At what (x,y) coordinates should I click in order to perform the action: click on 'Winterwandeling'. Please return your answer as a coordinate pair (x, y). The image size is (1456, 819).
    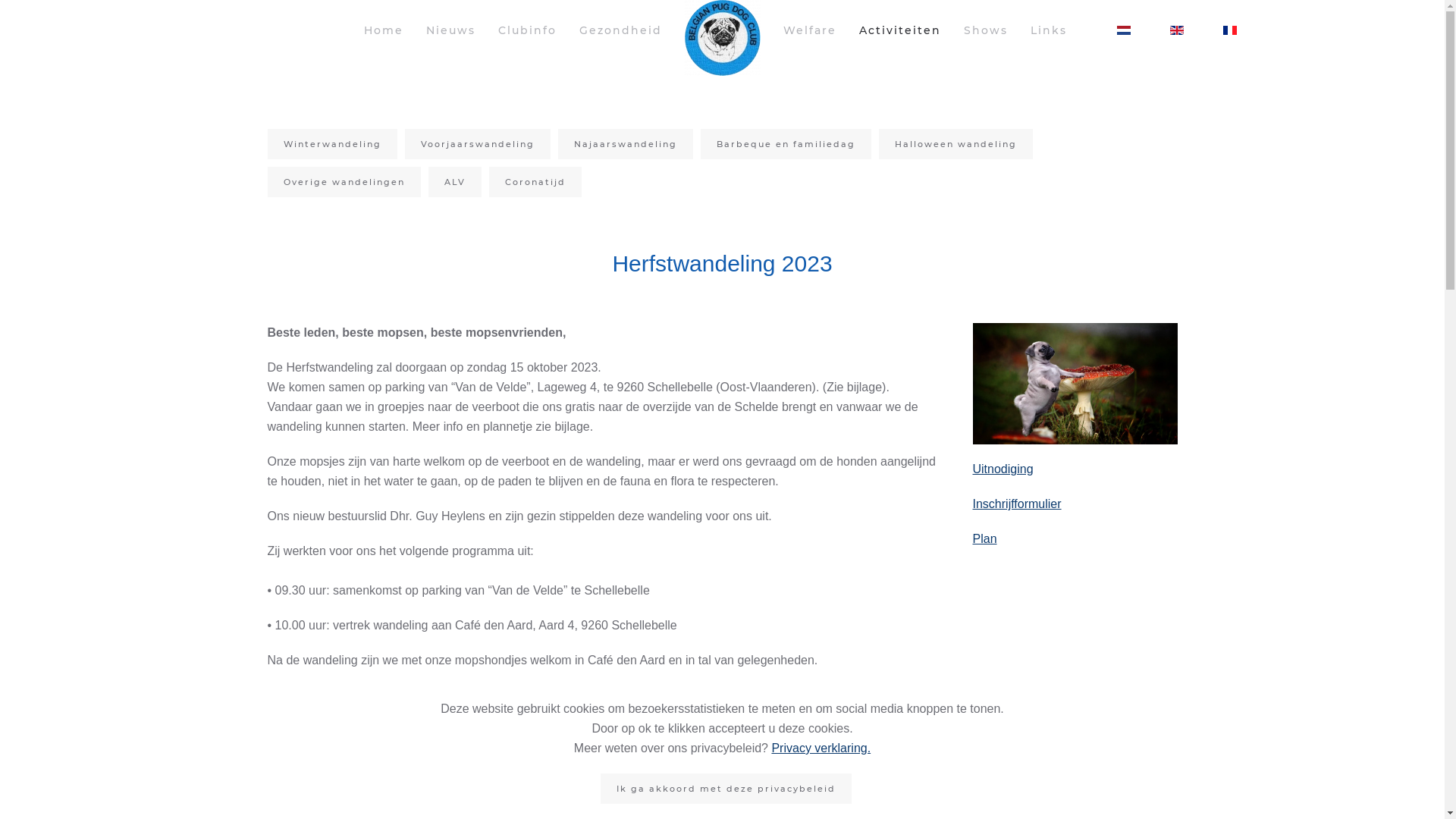
    Looking at the image, I should click on (266, 143).